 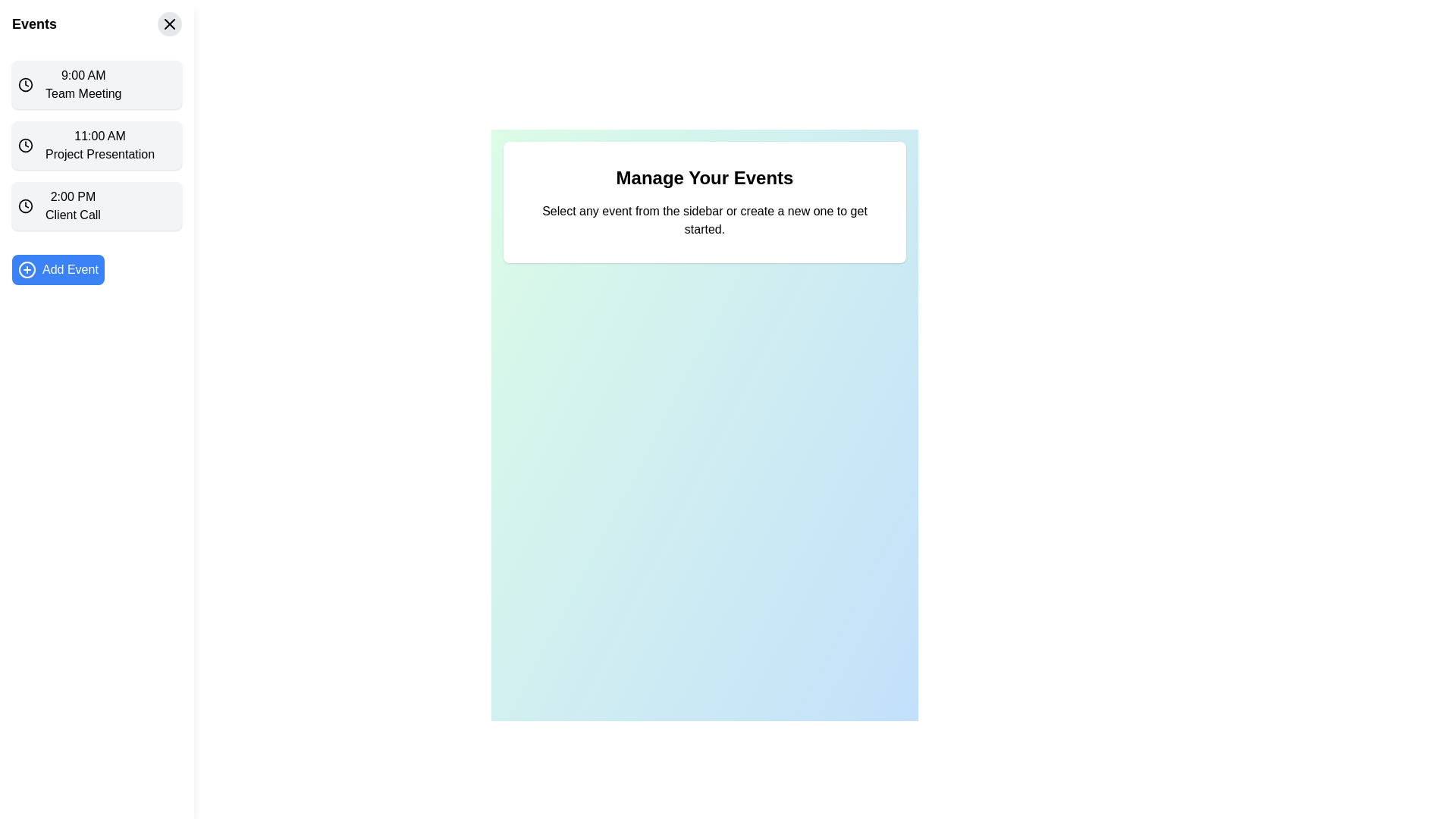 I want to click on the Circular SVG graphical element representing the clock outline in the event's icon located in the sidebar, so click(x=25, y=146).